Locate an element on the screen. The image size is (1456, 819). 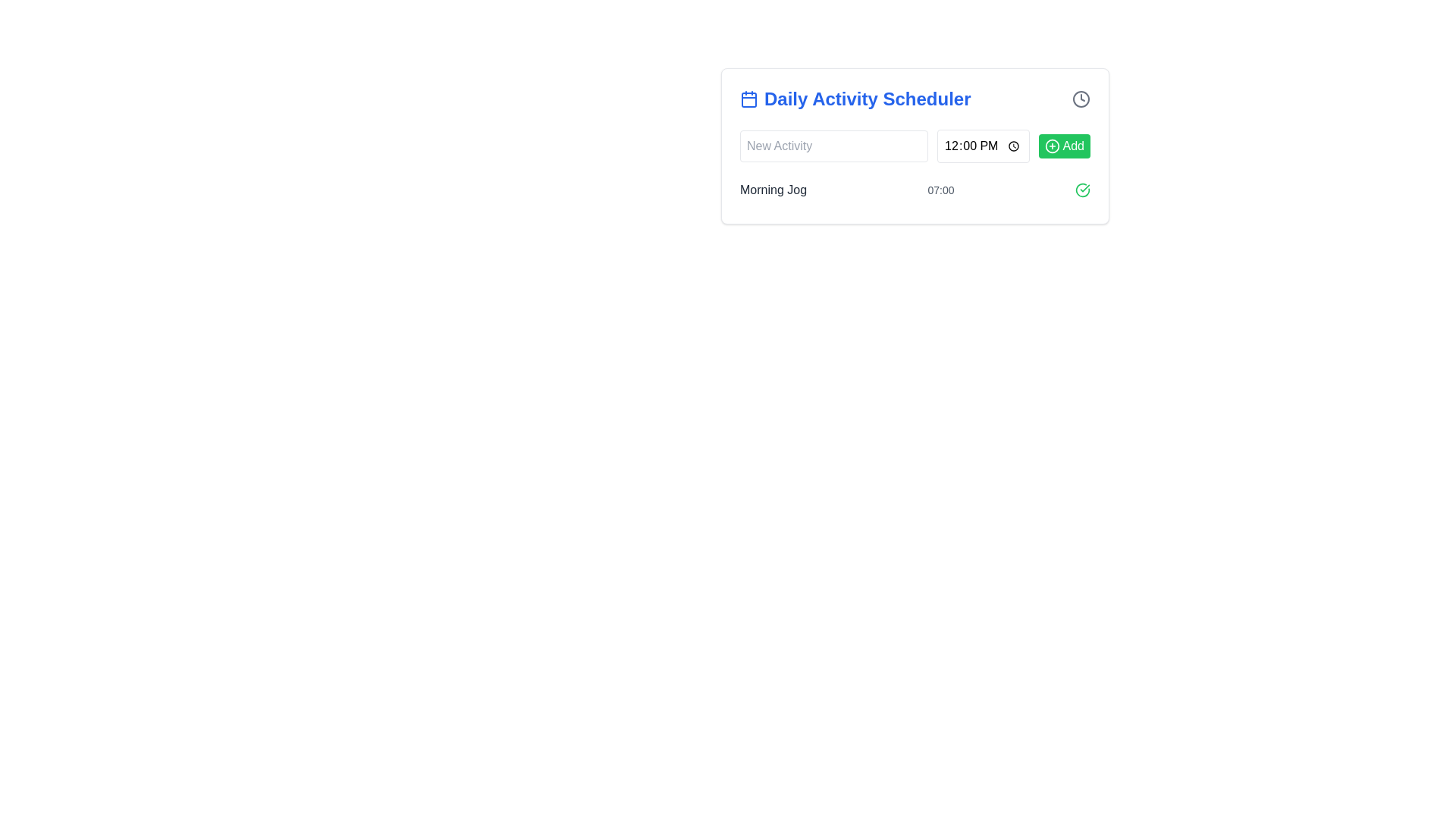
the static text element displaying '07:00', which is a time indicator located to the right of 'Morning Jog' is located at coordinates (940, 189).